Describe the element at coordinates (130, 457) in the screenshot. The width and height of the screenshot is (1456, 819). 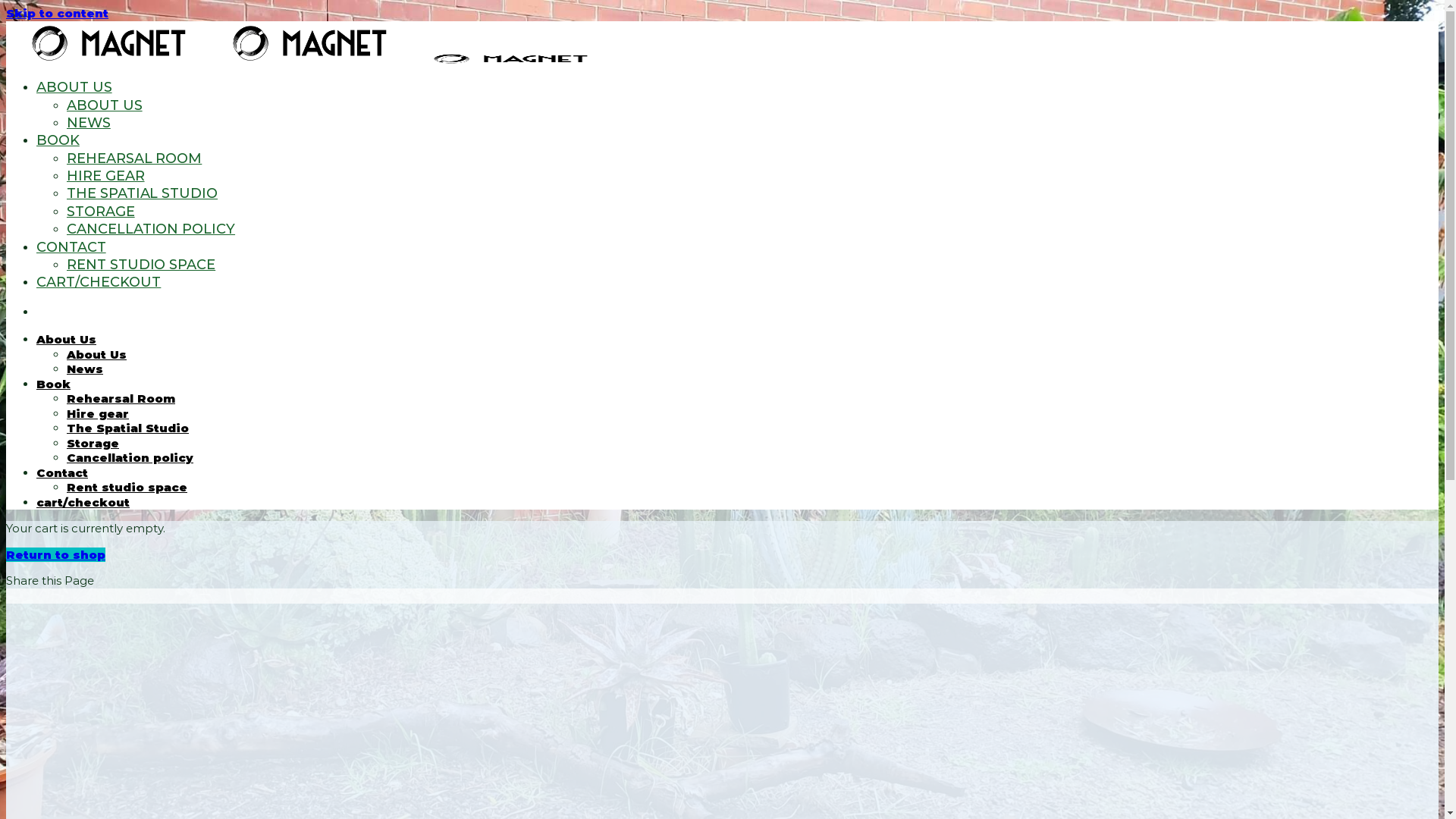
I see `'Cancellation policy'` at that location.